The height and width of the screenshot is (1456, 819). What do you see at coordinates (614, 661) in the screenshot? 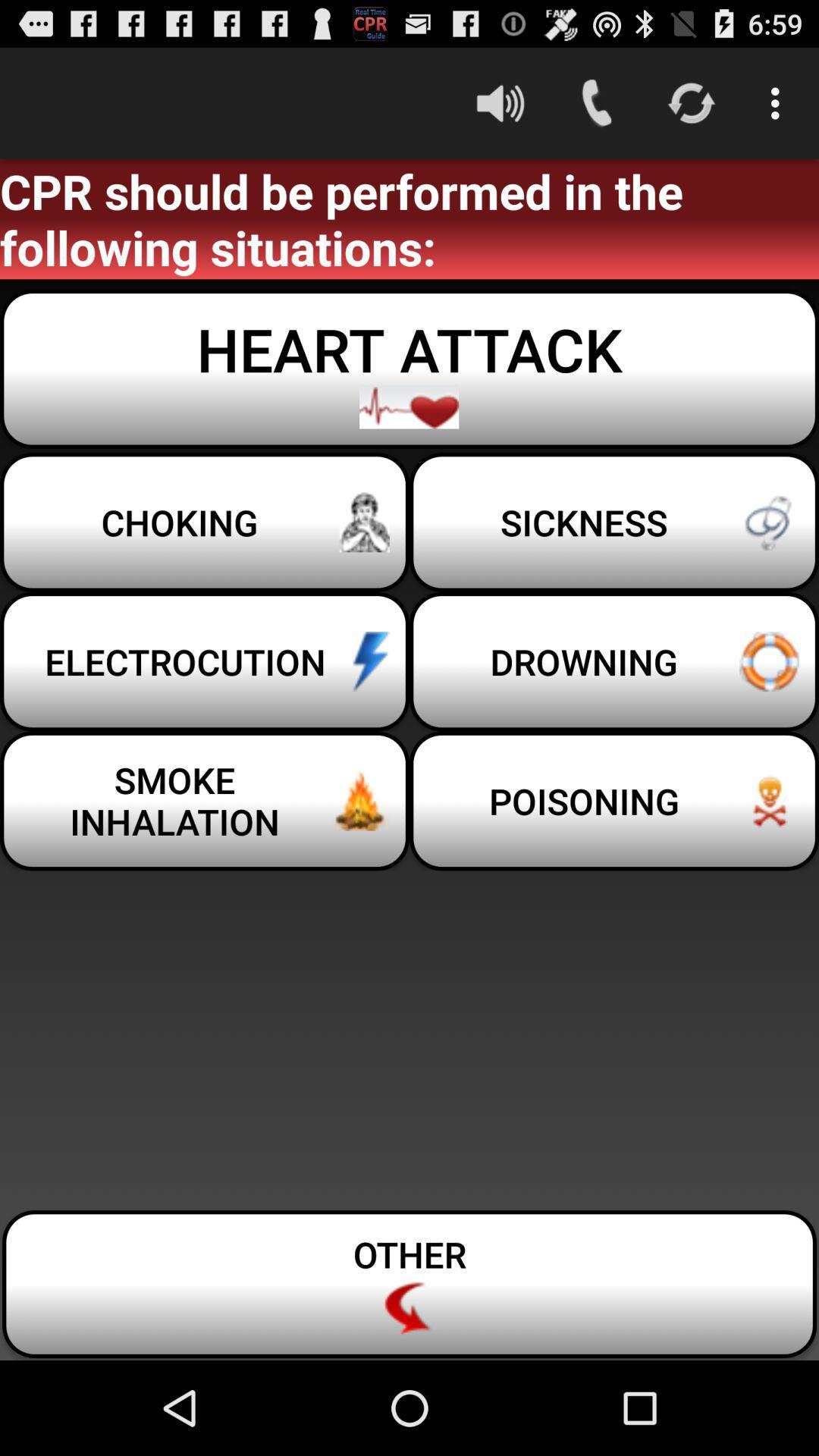
I see `item below choking icon` at bounding box center [614, 661].